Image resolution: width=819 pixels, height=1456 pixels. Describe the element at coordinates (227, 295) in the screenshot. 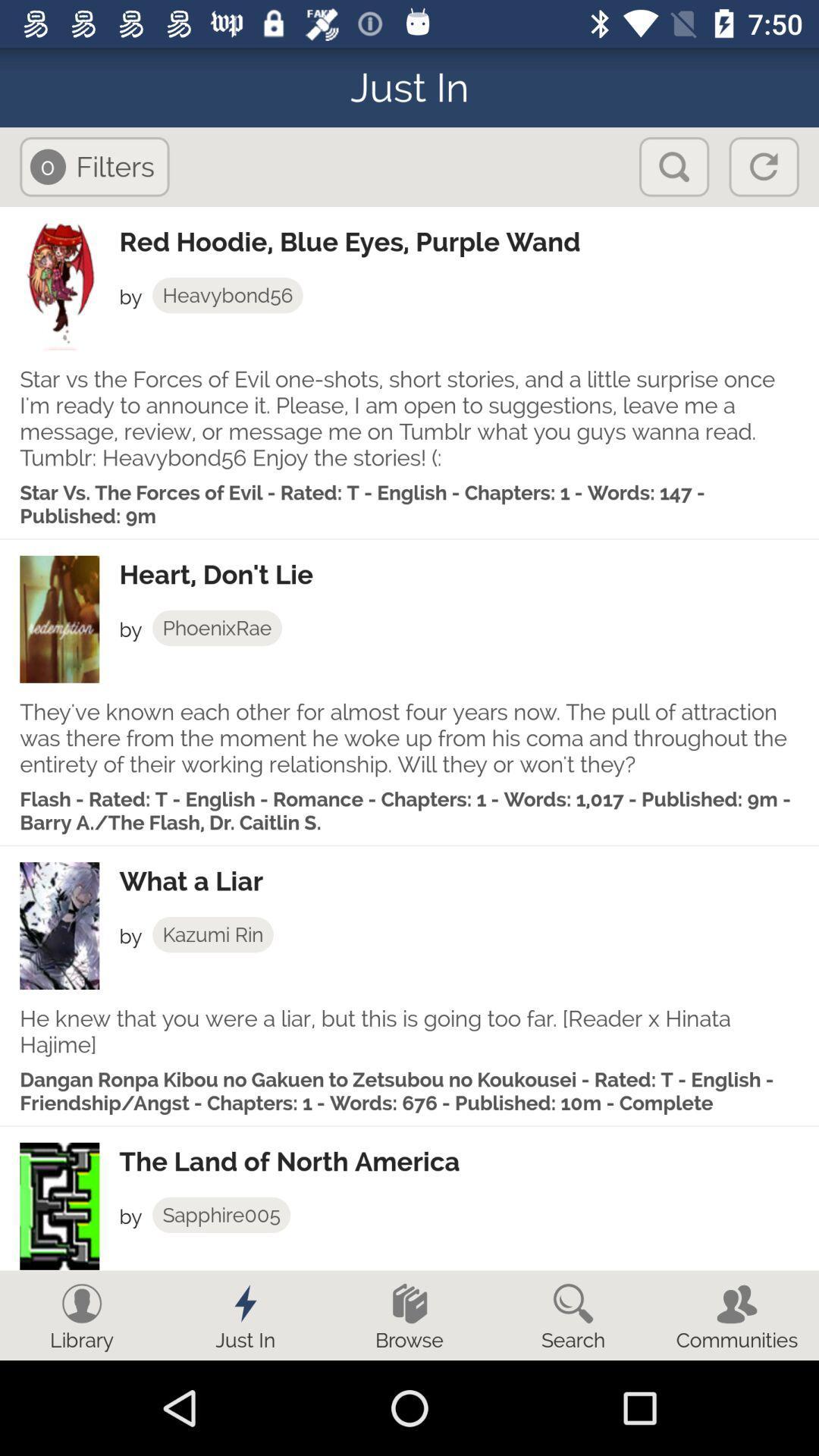

I see `the heavybond56 icon` at that location.